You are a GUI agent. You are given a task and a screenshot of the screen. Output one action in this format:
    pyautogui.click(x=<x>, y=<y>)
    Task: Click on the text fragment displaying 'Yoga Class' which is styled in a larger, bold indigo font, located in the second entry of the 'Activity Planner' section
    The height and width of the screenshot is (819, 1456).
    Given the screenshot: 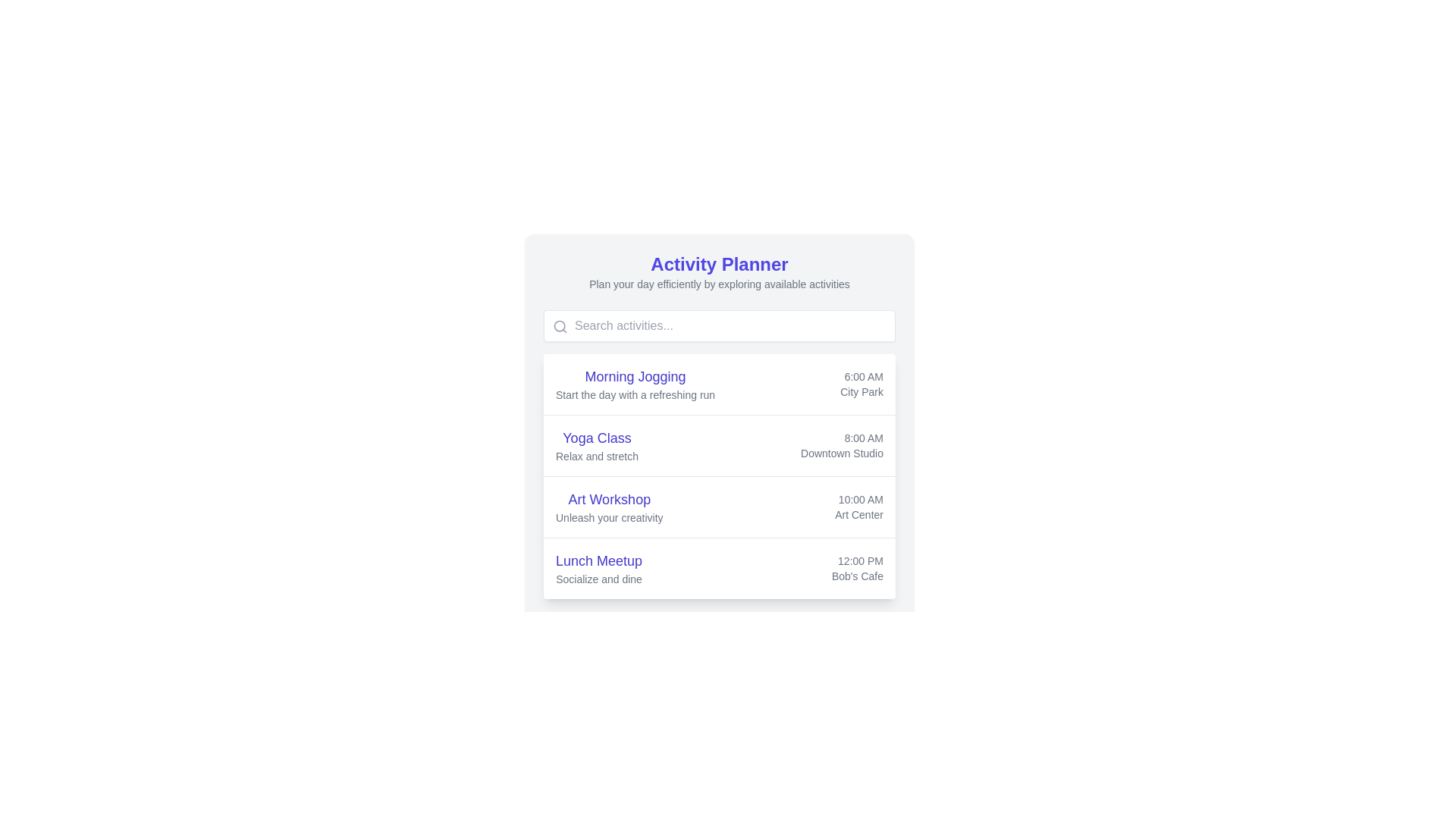 What is the action you would take?
    pyautogui.click(x=596, y=438)
    